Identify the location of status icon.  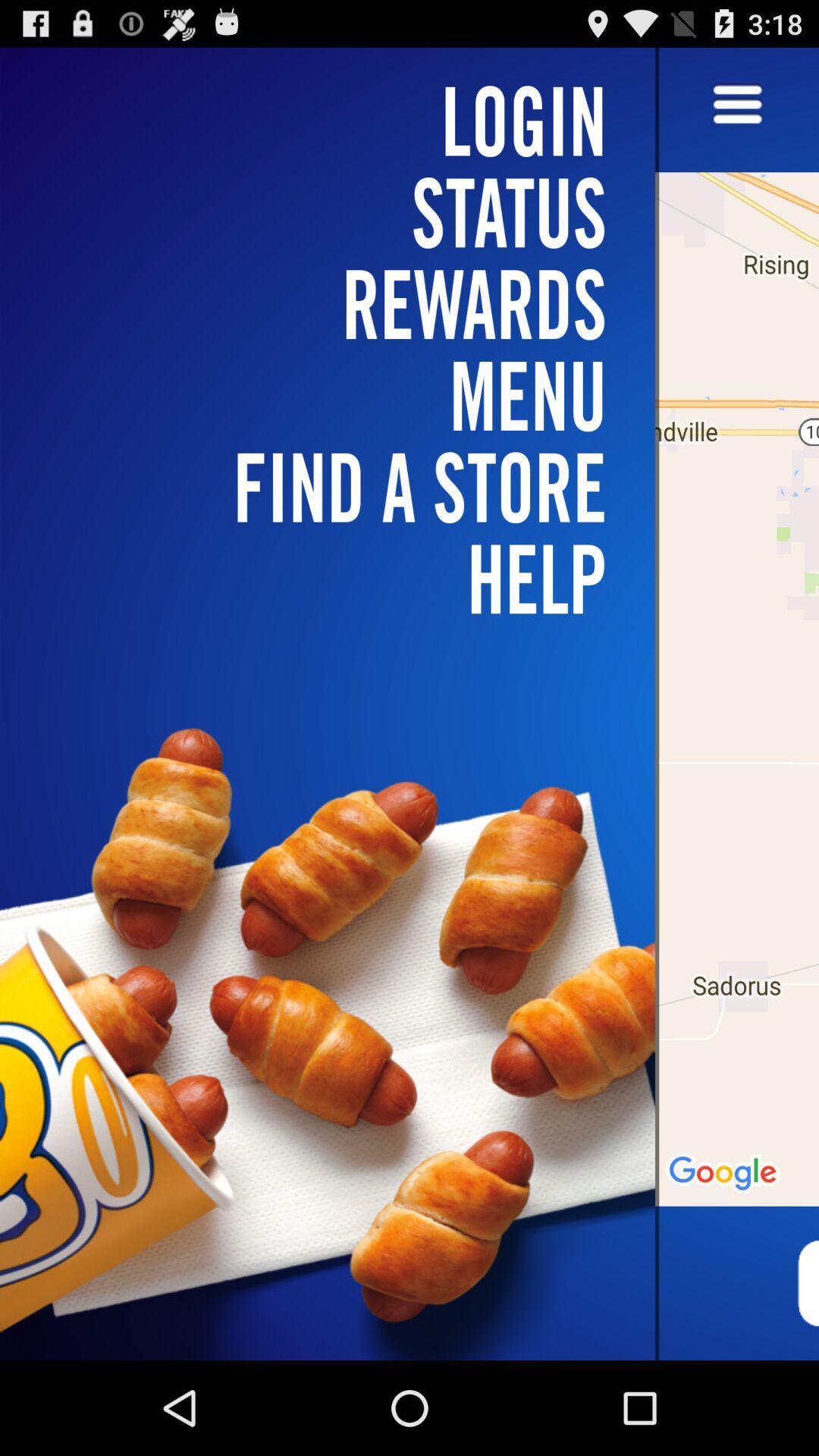
(336, 212).